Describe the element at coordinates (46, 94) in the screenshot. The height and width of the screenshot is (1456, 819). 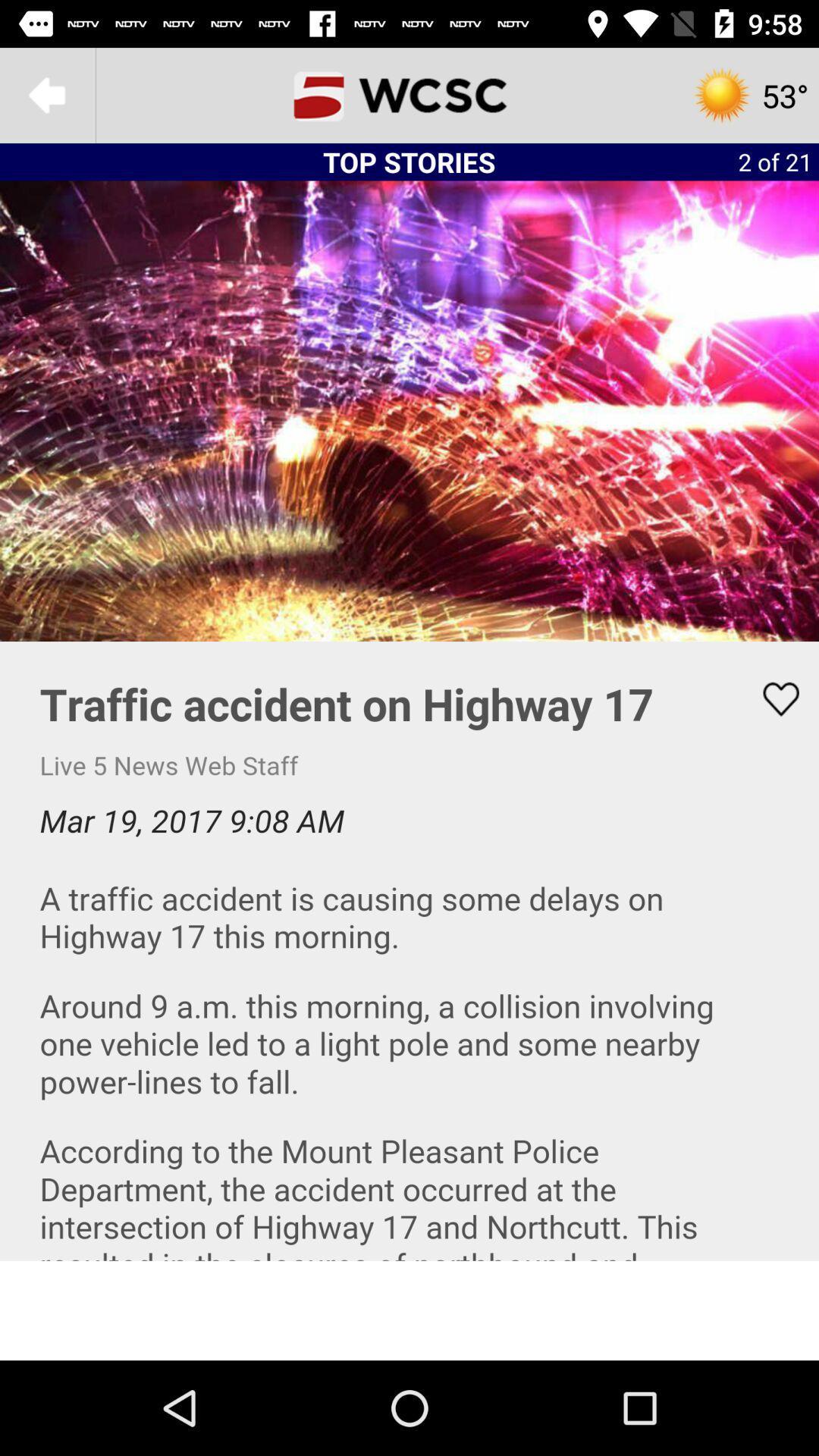
I see `main menu option` at that location.